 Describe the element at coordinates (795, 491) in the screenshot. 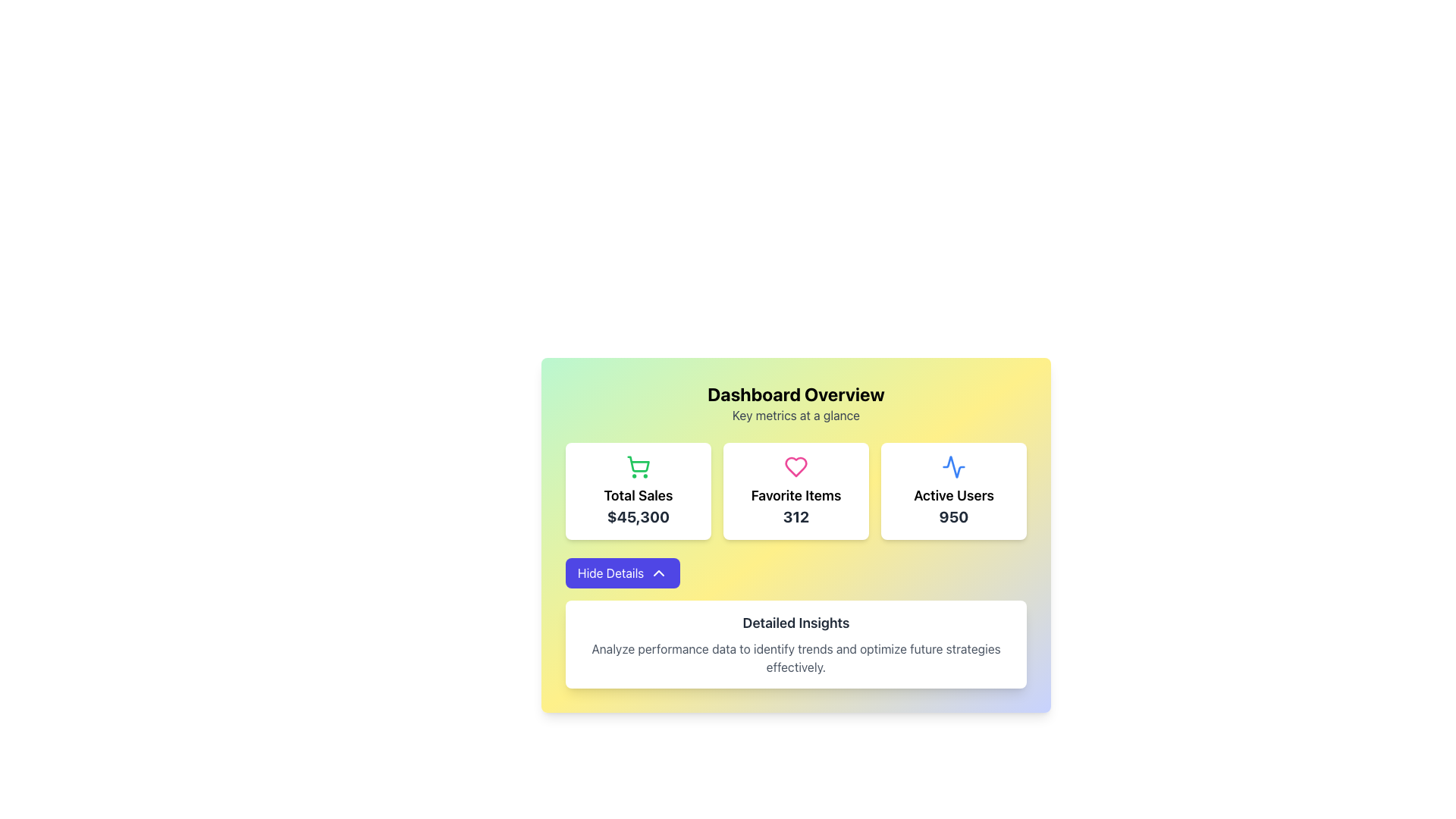

I see `the 'Favorite Items' card that has a white background, rounded corners, and a pink heart icon at the top` at that location.